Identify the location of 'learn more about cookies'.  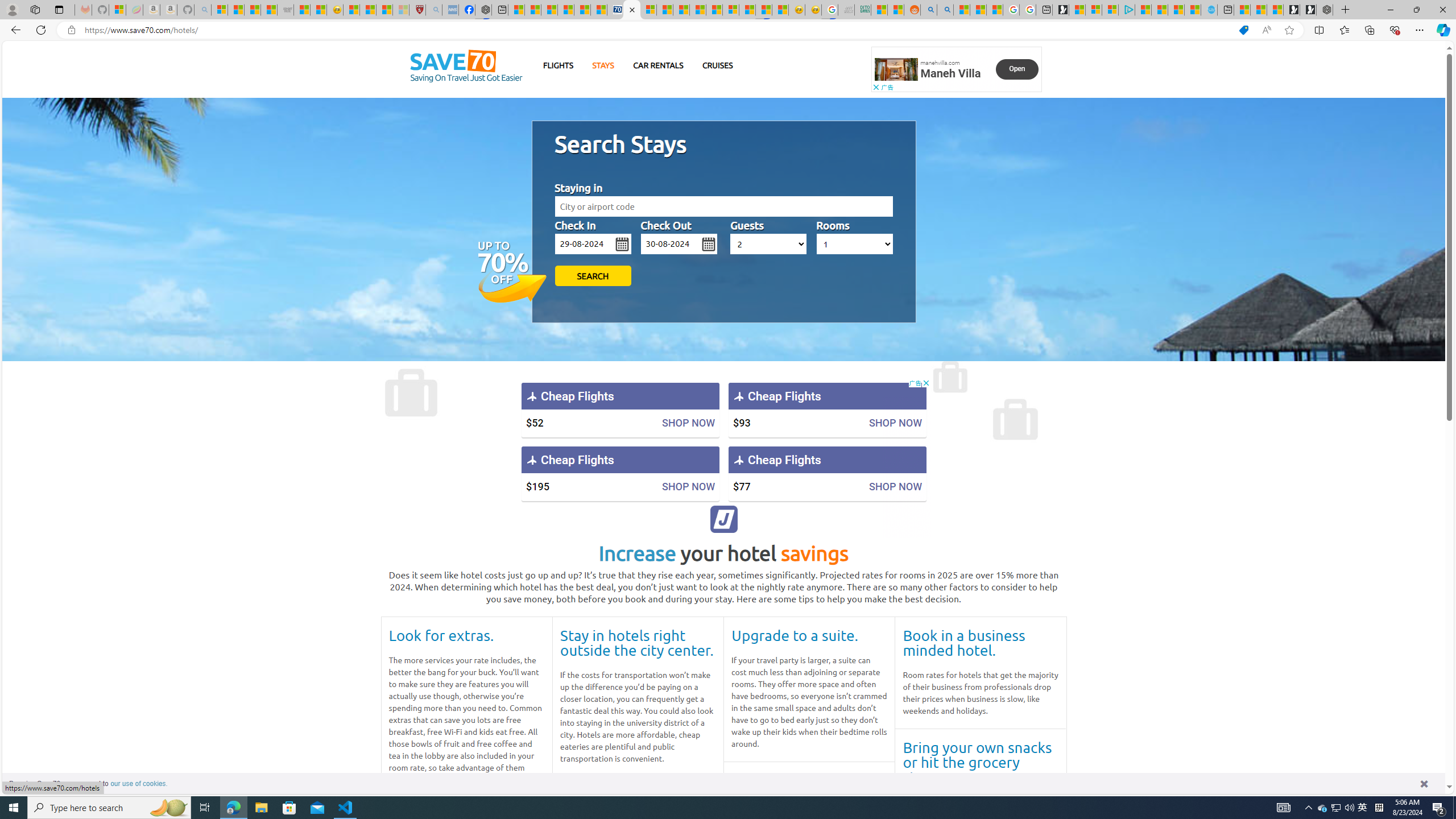
(139, 783).